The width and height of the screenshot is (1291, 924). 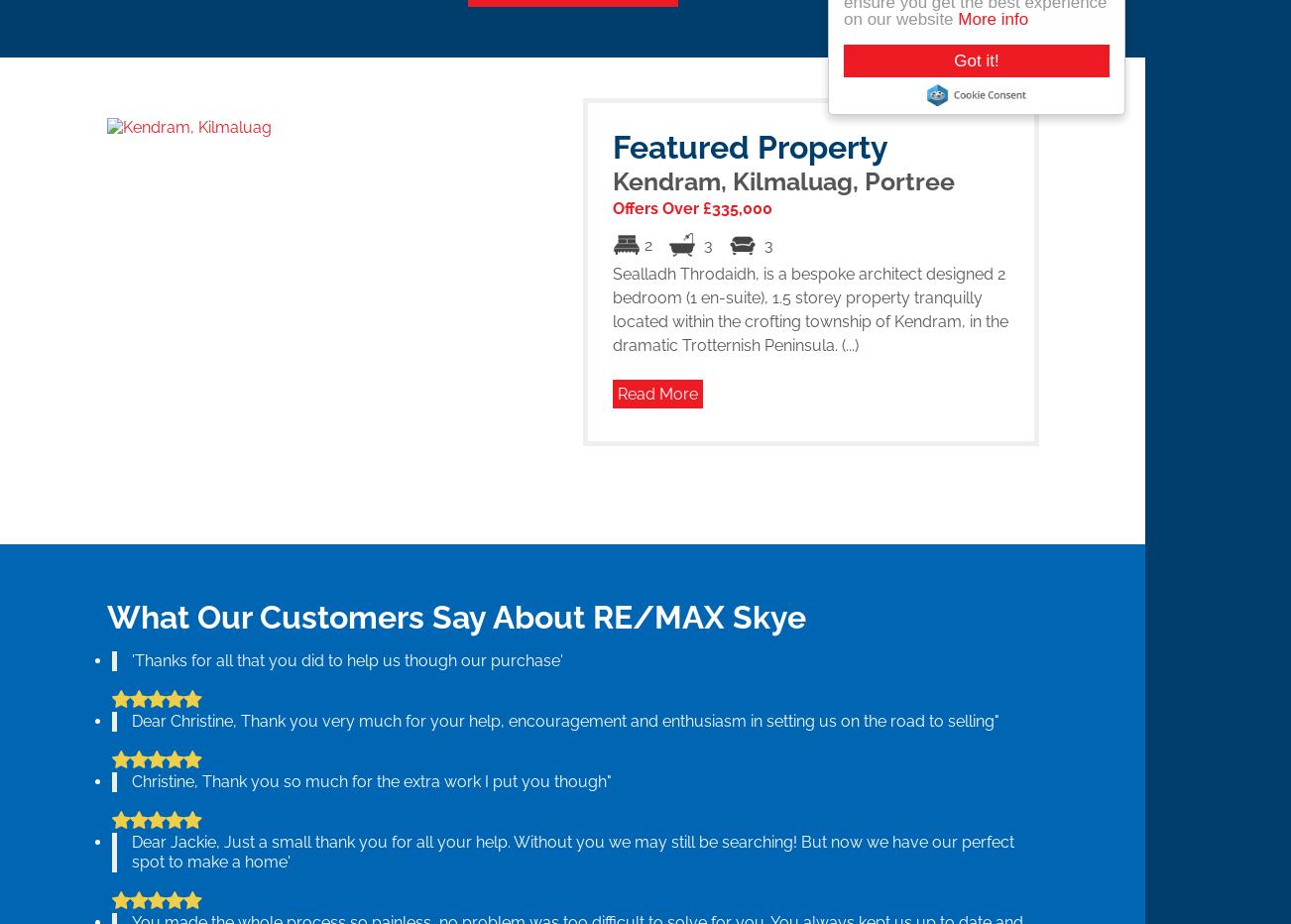 What do you see at coordinates (781, 181) in the screenshot?
I see `'Kendram, Kilmaluag, Portree'` at bounding box center [781, 181].